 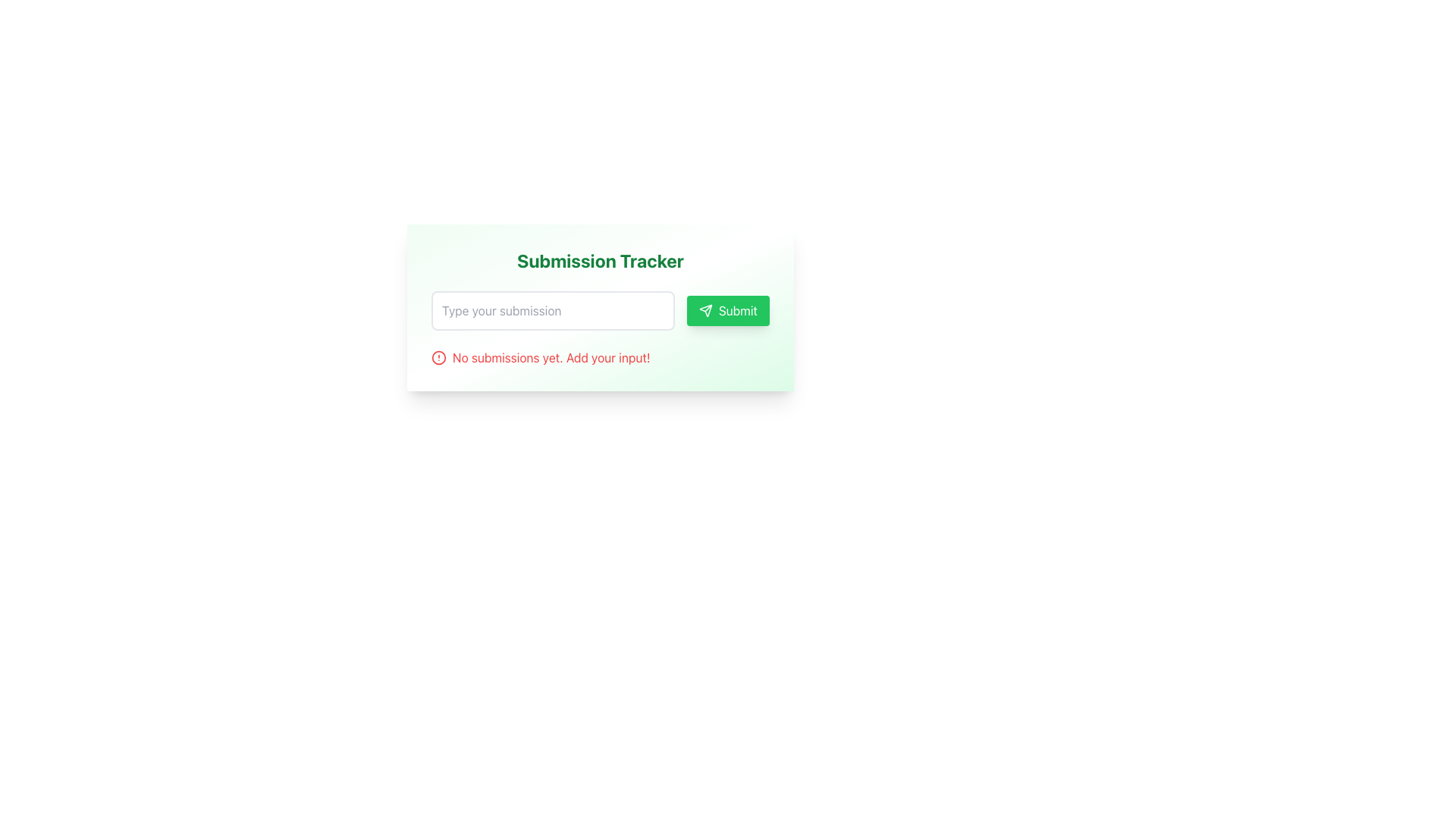 What do you see at coordinates (551, 357) in the screenshot?
I see `the text label that provides feedback or instructions to the user regarding a lack of submissions, located to the right of the alert icon in the submission card layout` at bounding box center [551, 357].